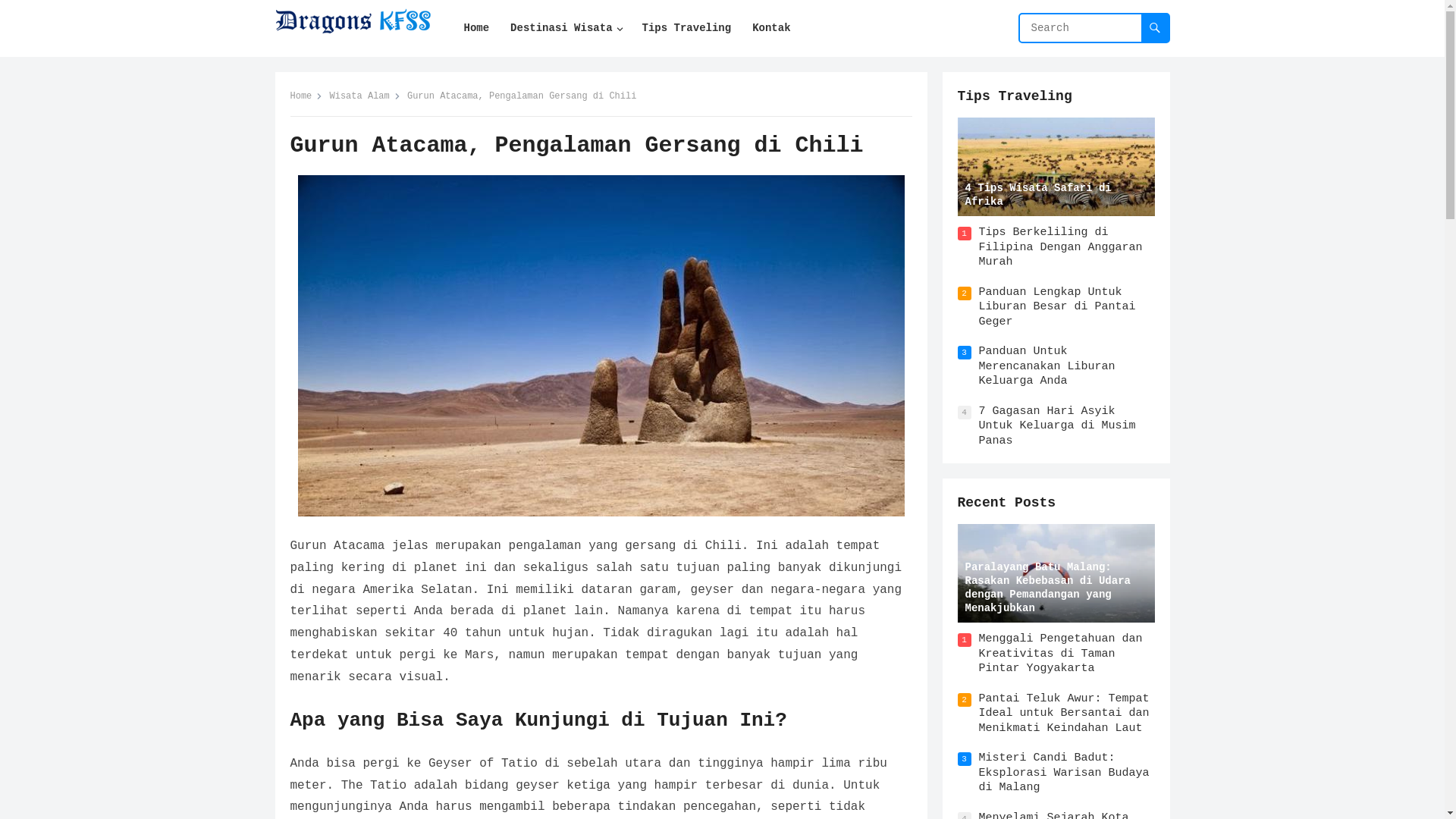 The height and width of the screenshot is (819, 1456). What do you see at coordinates (1056, 426) in the screenshot?
I see `'7 Gagasan Hari Asyik Untuk Keluarga di Musim Panas'` at bounding box center [1056, 426].